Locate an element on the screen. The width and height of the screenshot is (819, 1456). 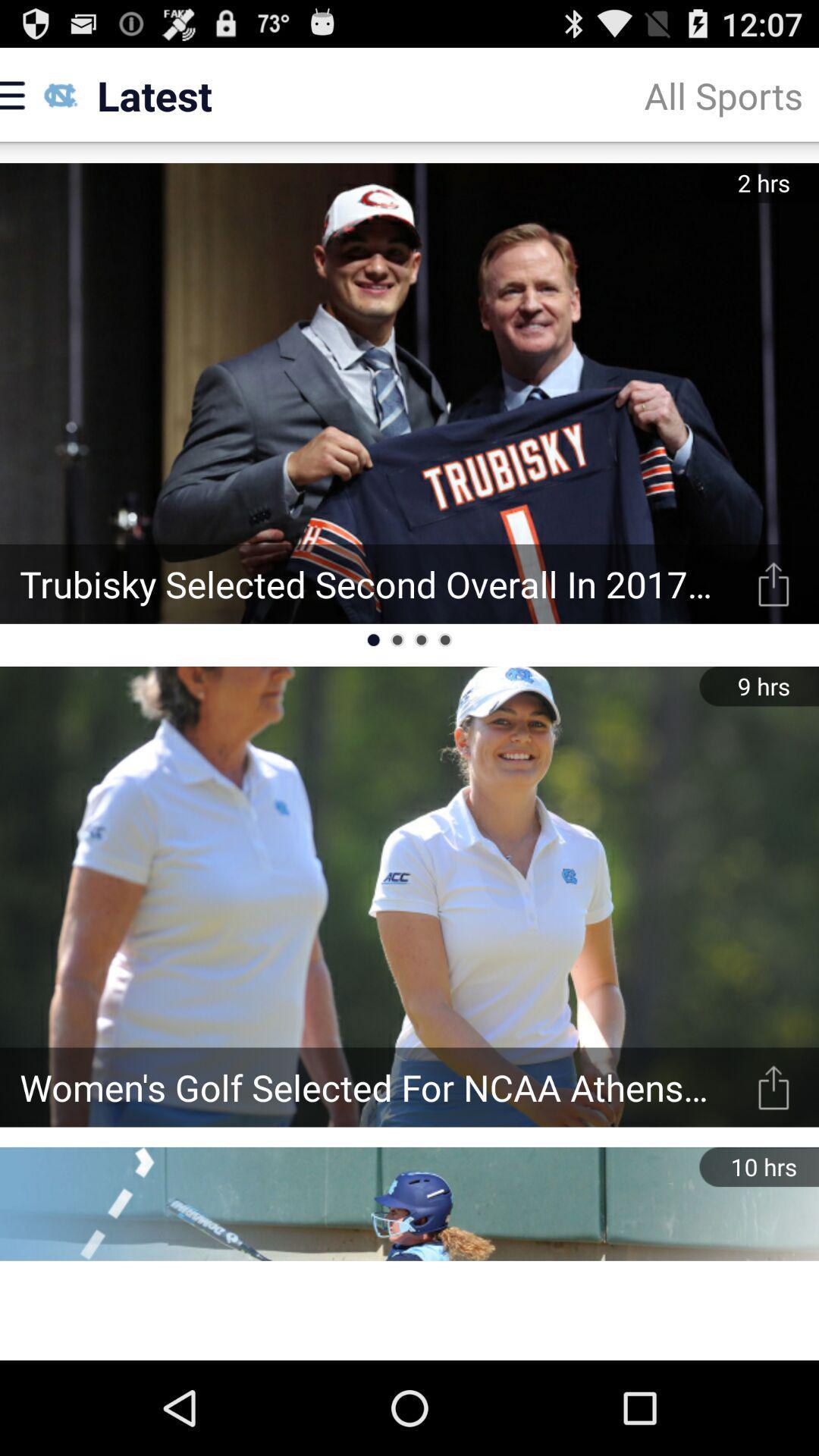
send button for social media is located at coordinates (773, 583).